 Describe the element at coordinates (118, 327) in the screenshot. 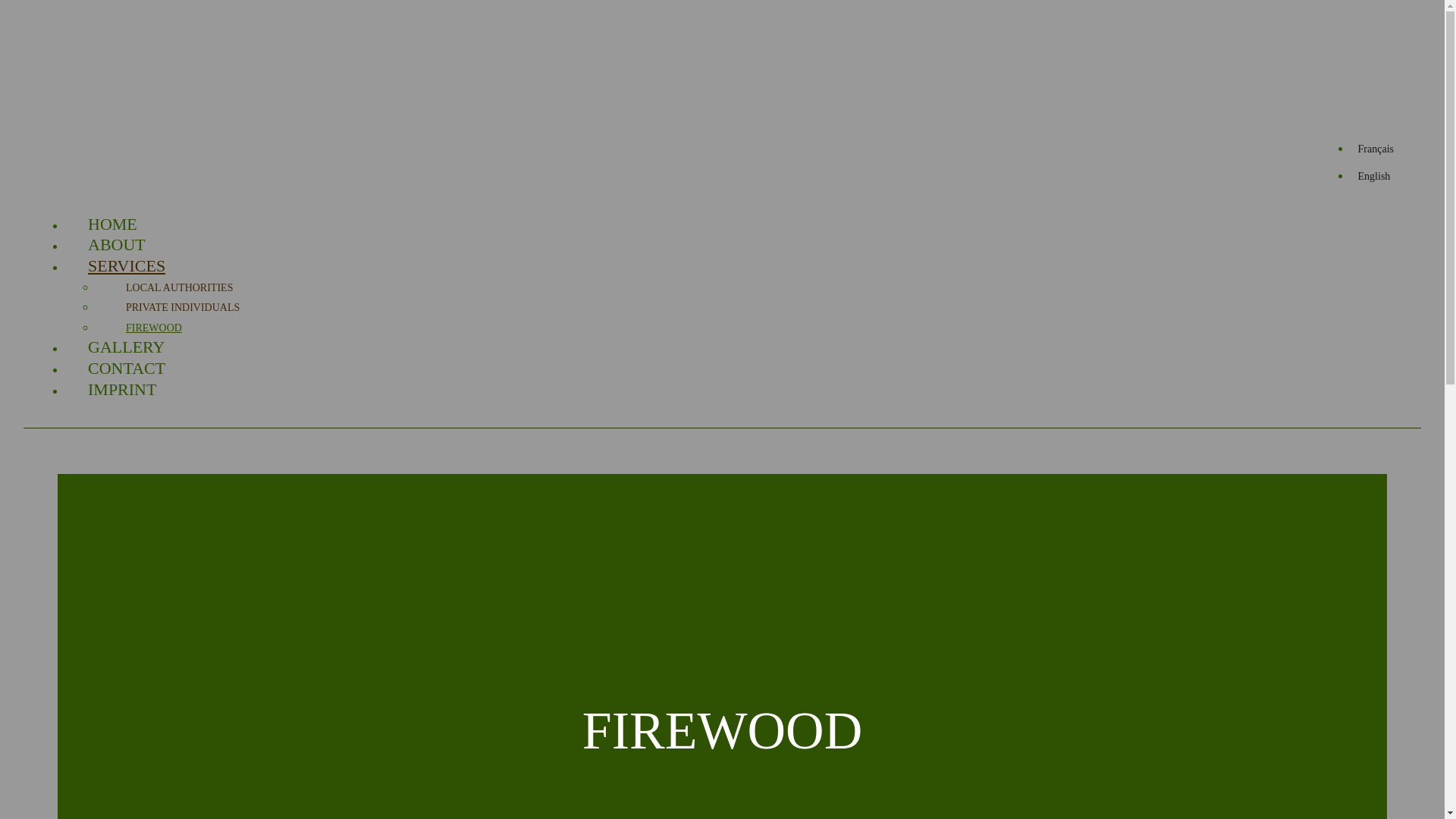

I see `'FIREWOOD'` at that location.